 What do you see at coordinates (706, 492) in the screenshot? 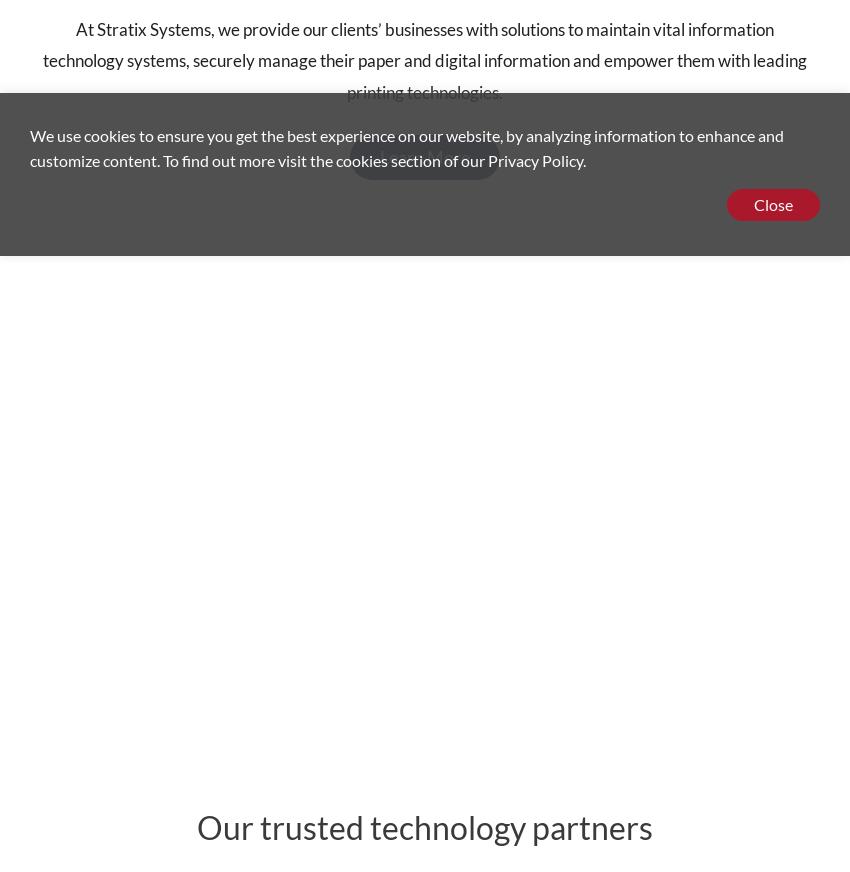
I see `'Careers'` at bounding box center [706, 492].